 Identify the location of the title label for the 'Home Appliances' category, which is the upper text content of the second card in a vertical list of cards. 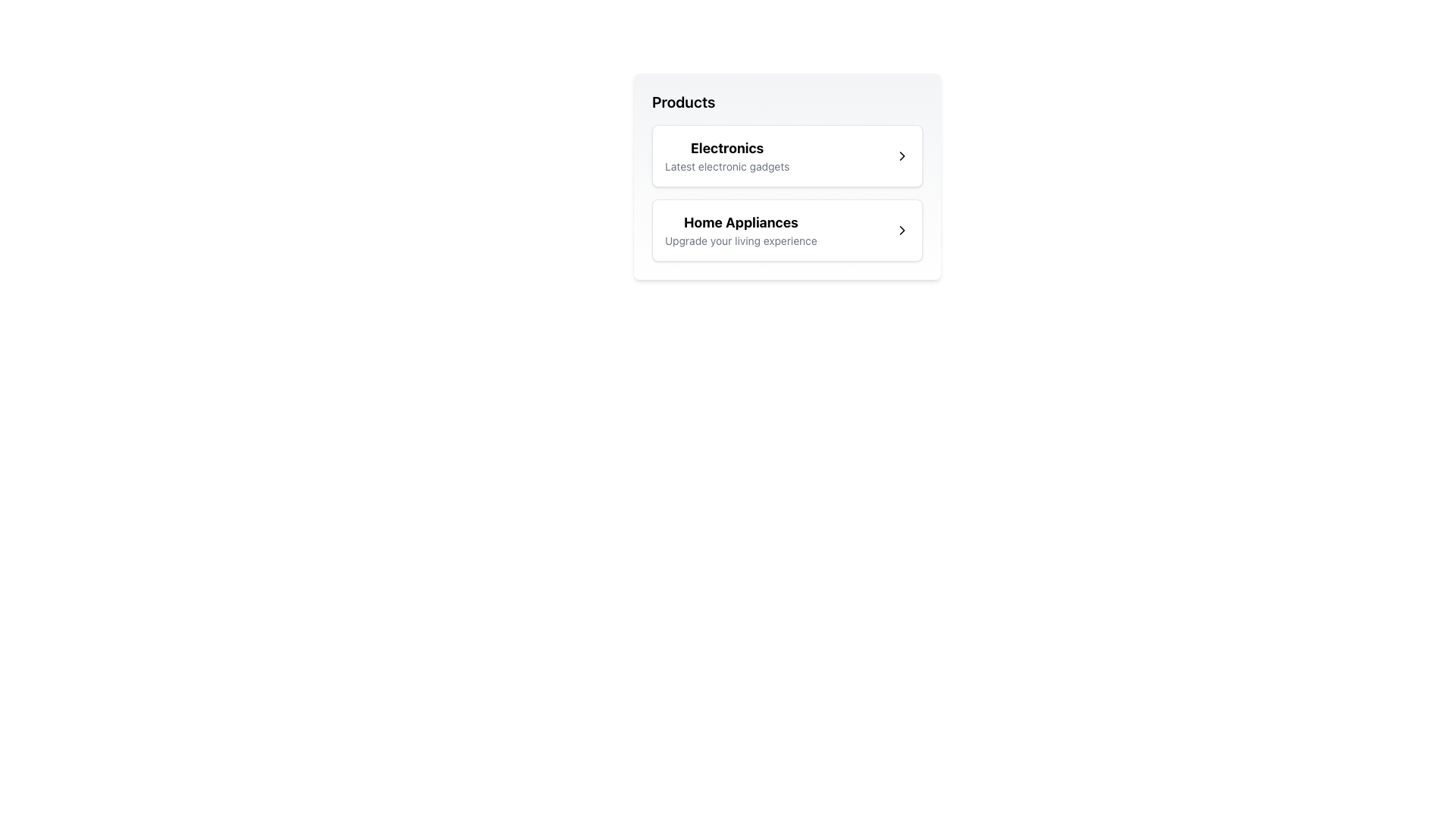
(741, 222).